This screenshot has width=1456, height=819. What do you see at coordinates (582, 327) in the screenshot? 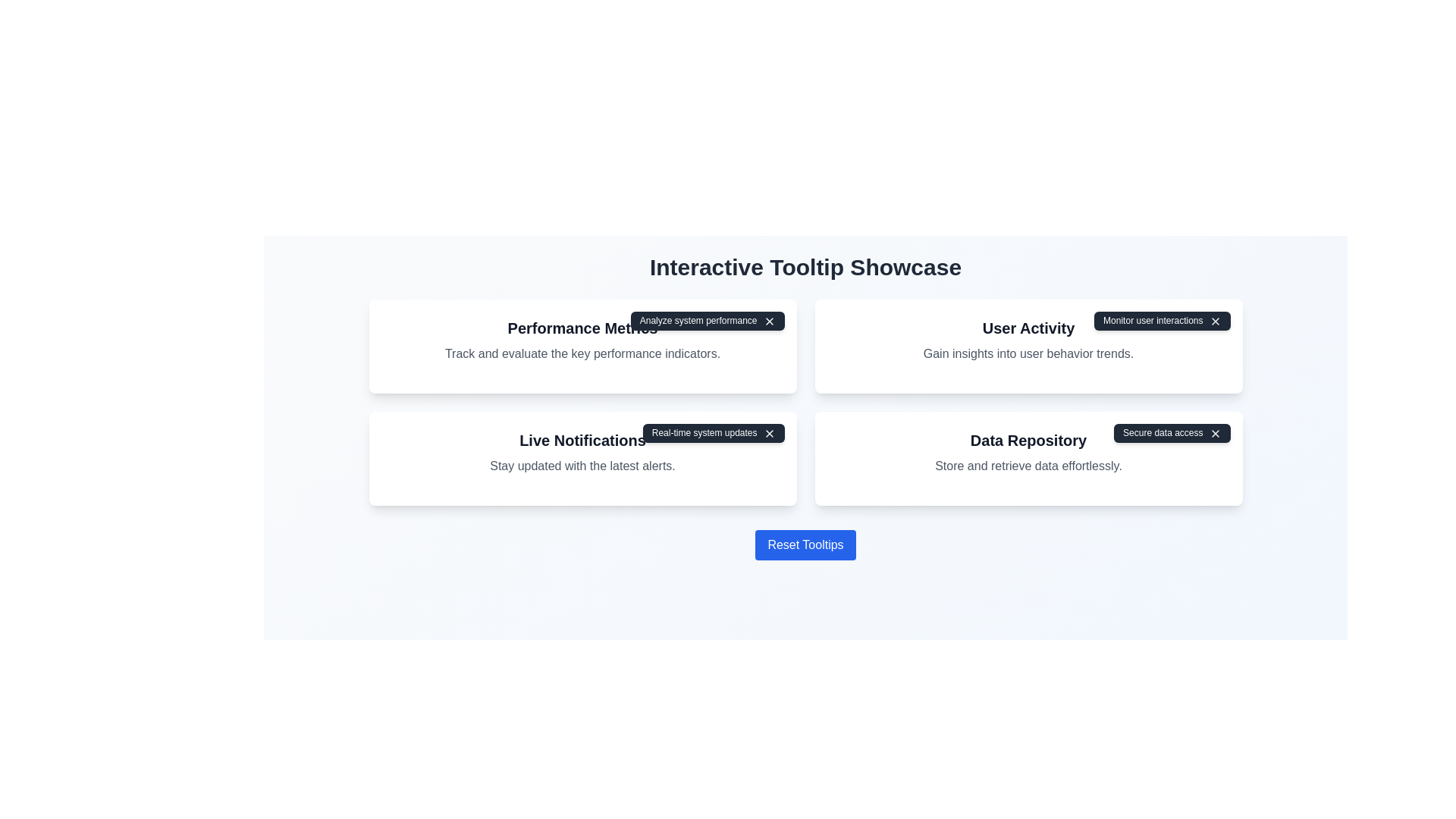
I see `the bold, large black text 'Performance Metrics' located in the top half of the left card with rounded corners` at bounding box center [582, 327].